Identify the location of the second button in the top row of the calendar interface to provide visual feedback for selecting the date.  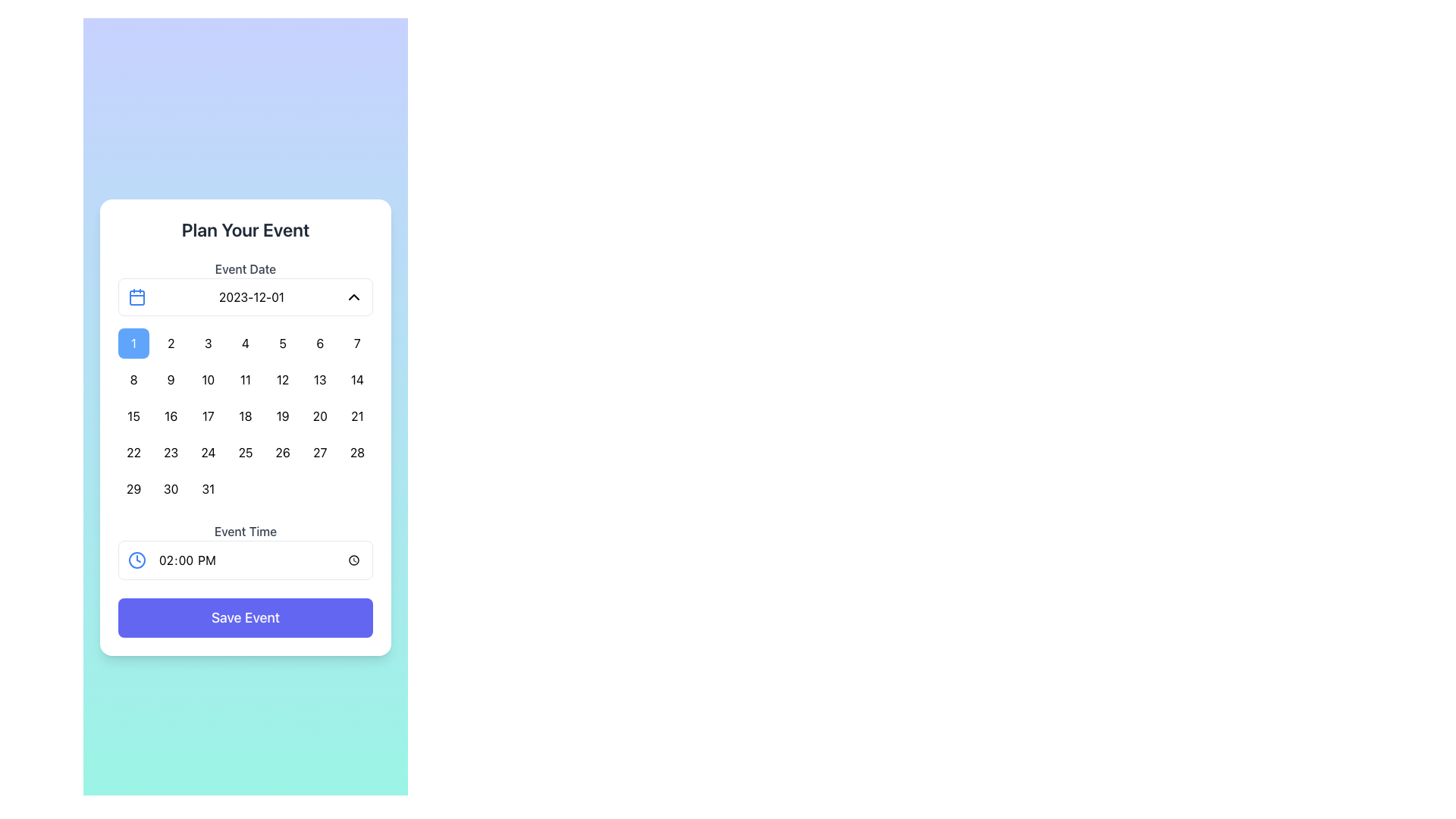
(171, 343).